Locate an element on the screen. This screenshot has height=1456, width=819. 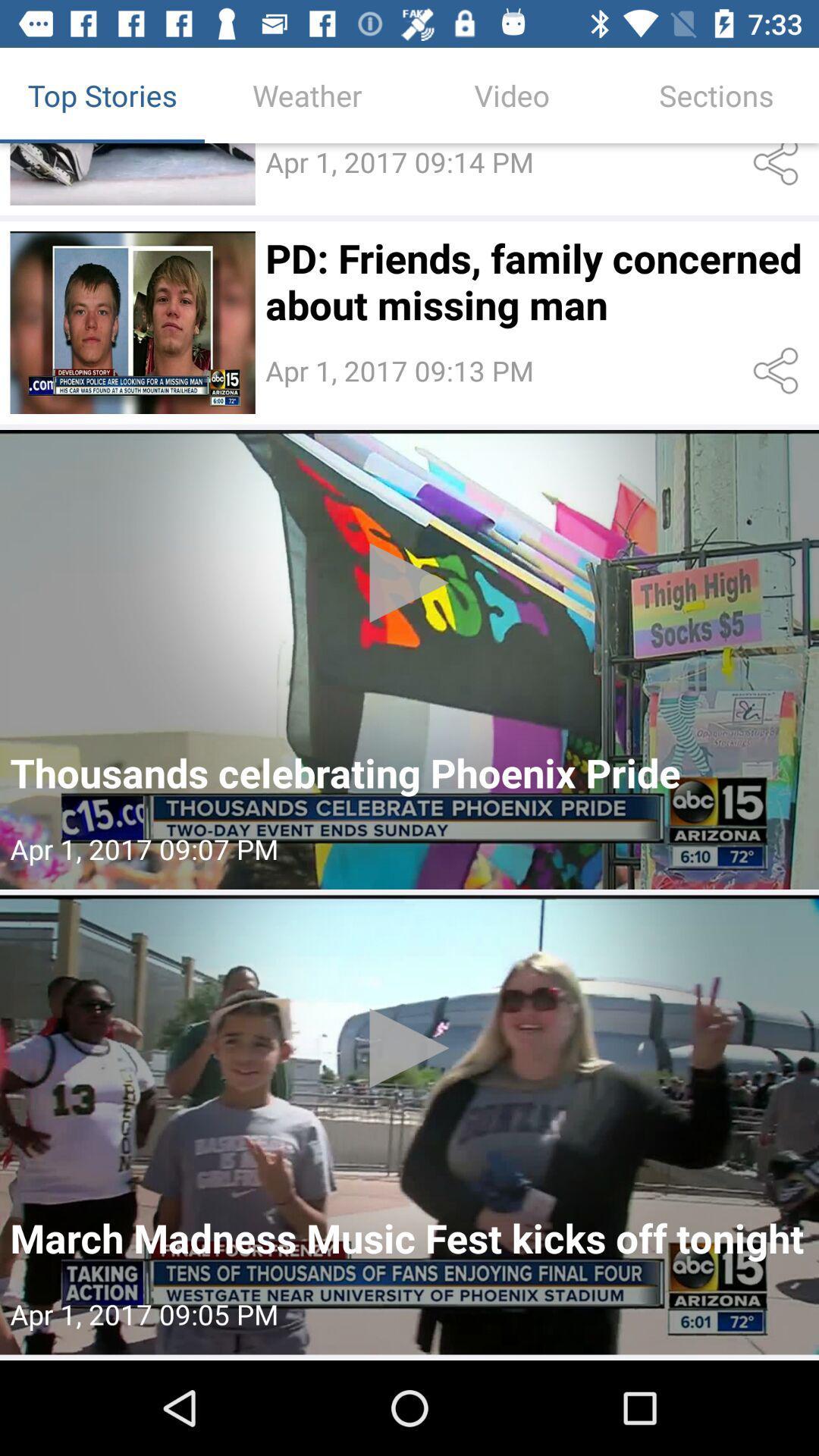
the text video shown next to weather at the top of the page is located at coordinates (512, 94).